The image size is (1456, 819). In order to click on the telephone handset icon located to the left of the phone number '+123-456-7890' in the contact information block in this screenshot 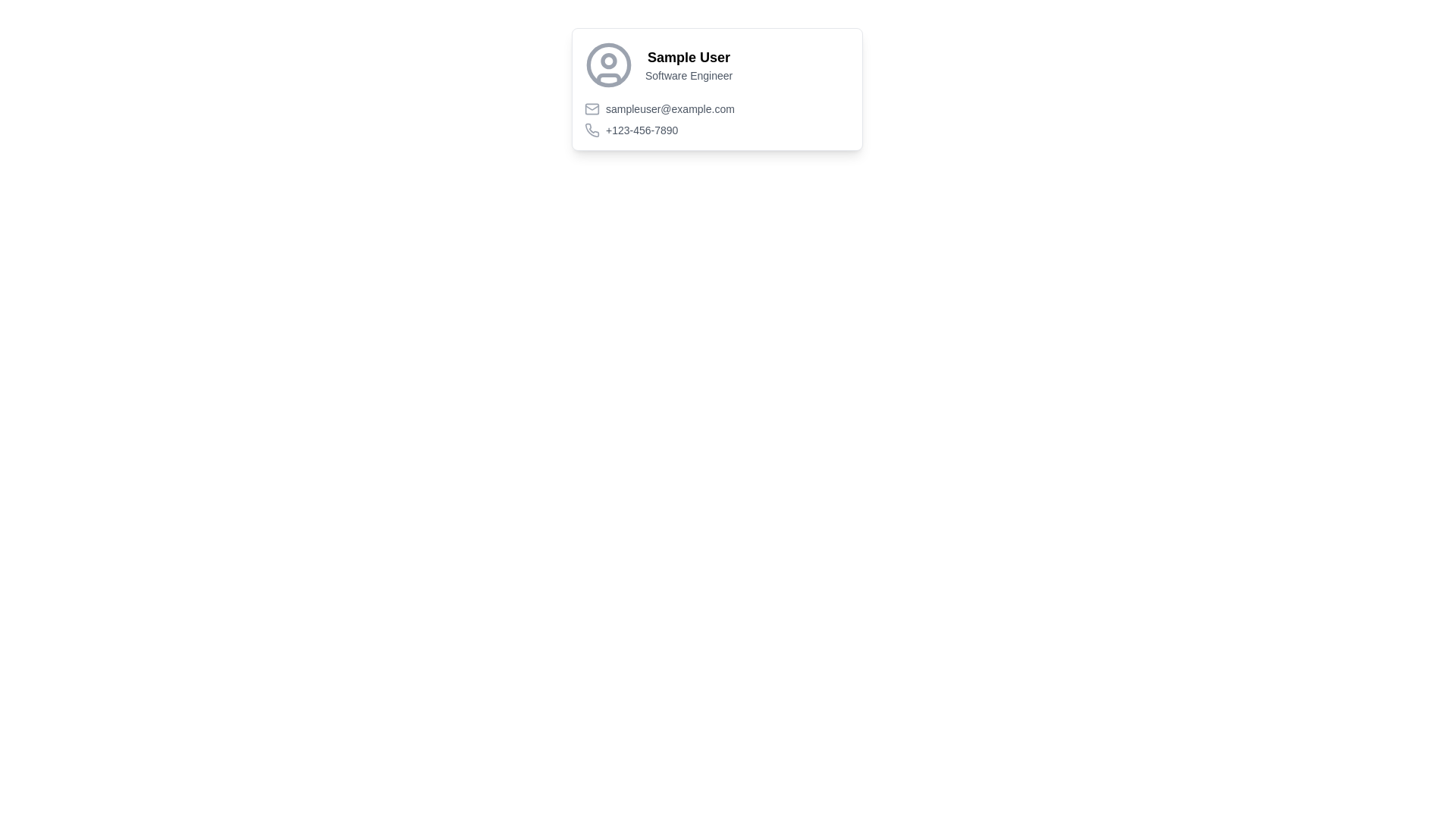, I will do `click(591, 129)`.